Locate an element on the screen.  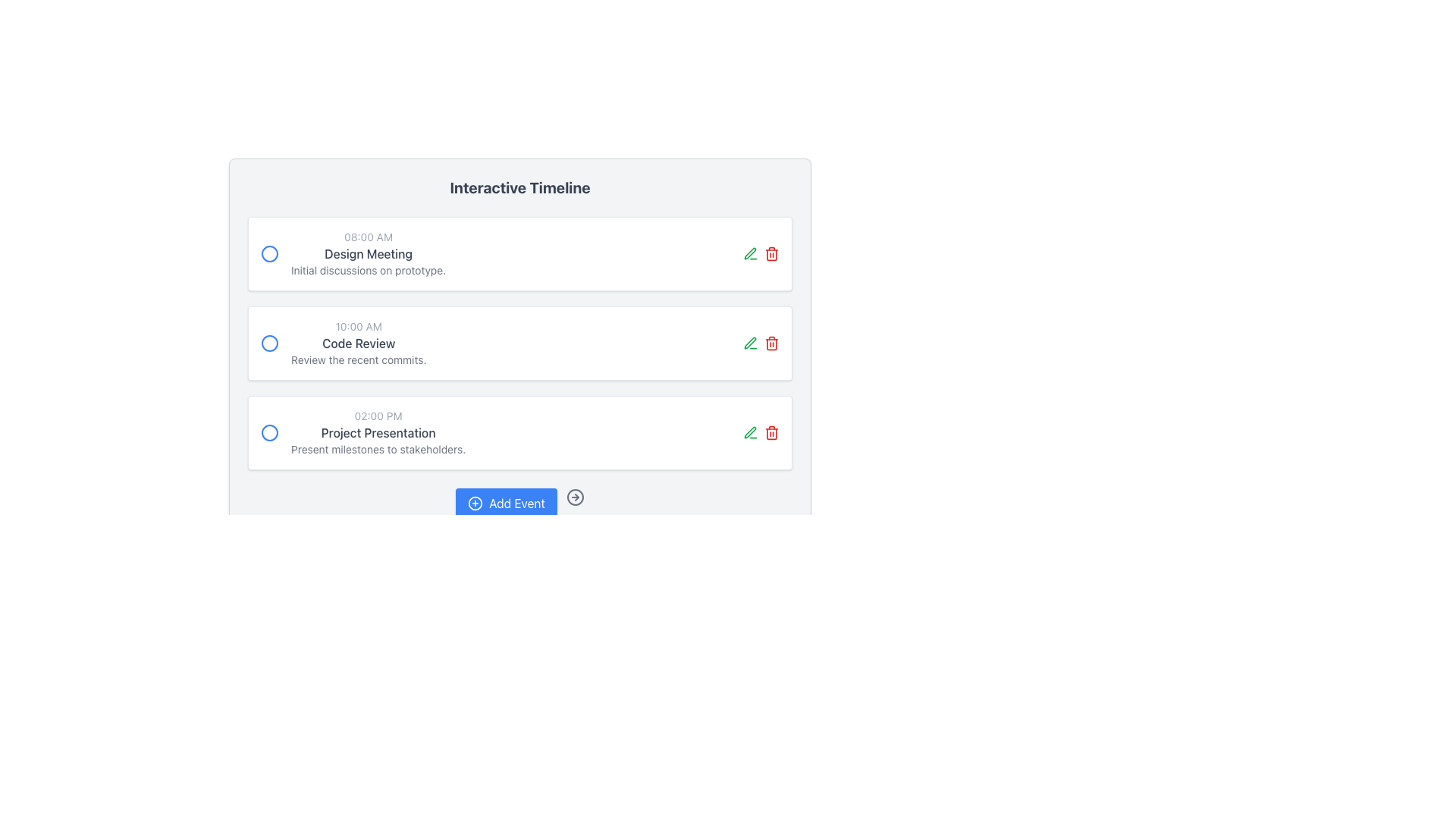
the Text Display element that shows the scheduled event details above '10:00 AM Code Review' in the vertical timeline list is located at coordinates (369, 253).